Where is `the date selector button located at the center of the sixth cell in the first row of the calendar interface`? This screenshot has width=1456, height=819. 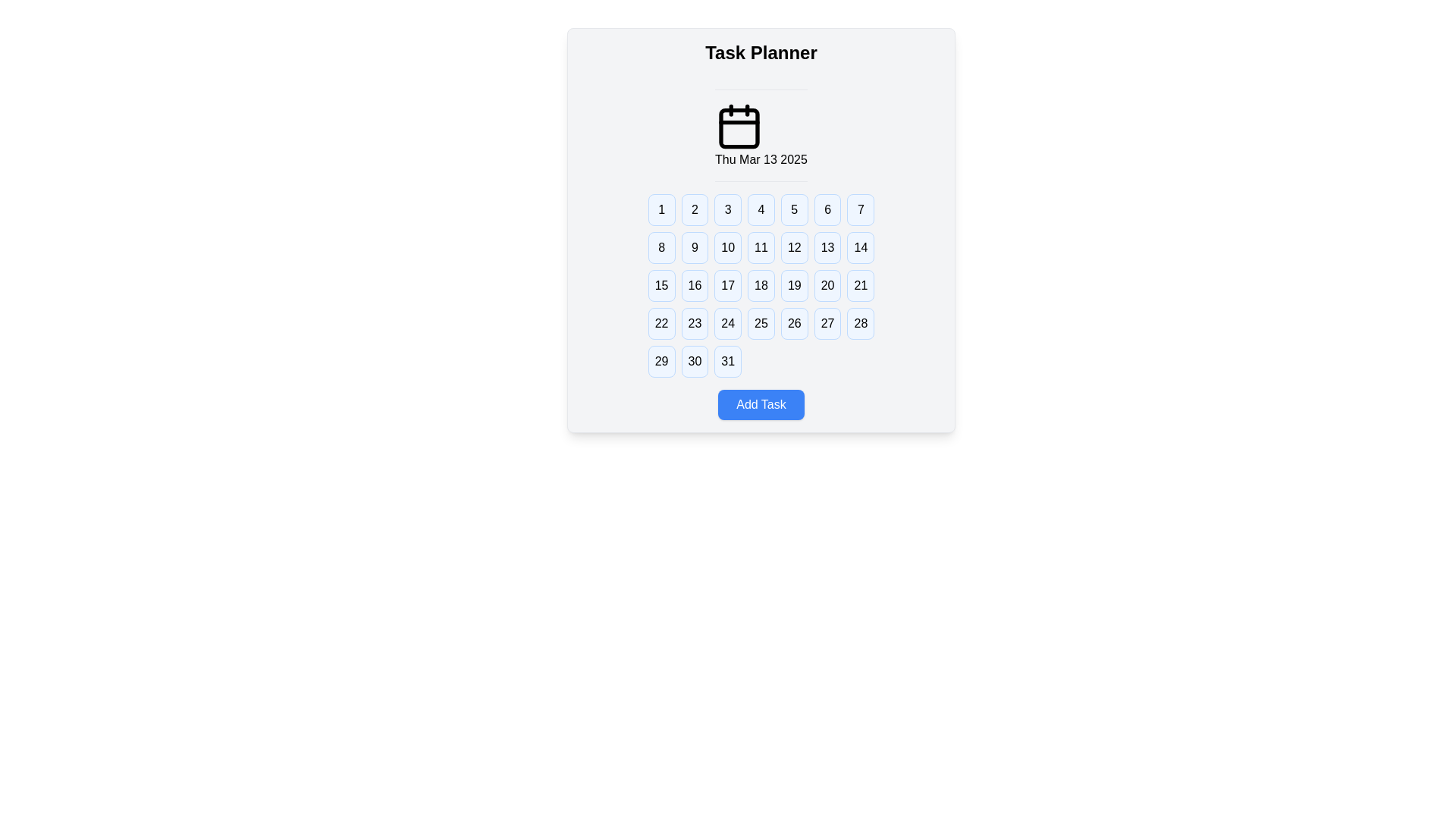 the date selector button located at the center of the sixth cell in the first row of the calendar interface is located at coordinates (827, 210).